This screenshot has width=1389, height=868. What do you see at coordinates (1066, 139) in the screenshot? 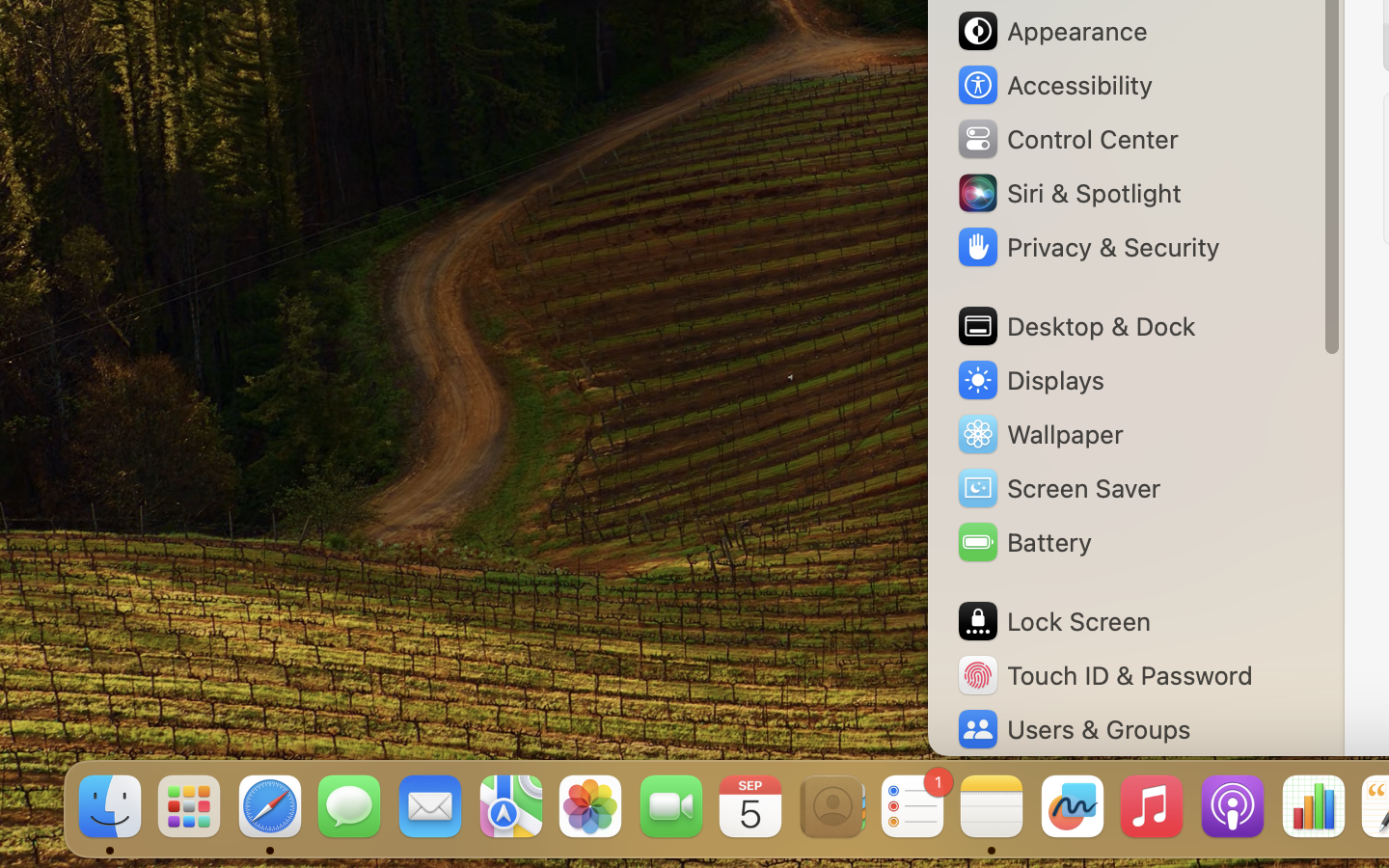
I see `'Control Center'` at bounding box center [1066, 139].